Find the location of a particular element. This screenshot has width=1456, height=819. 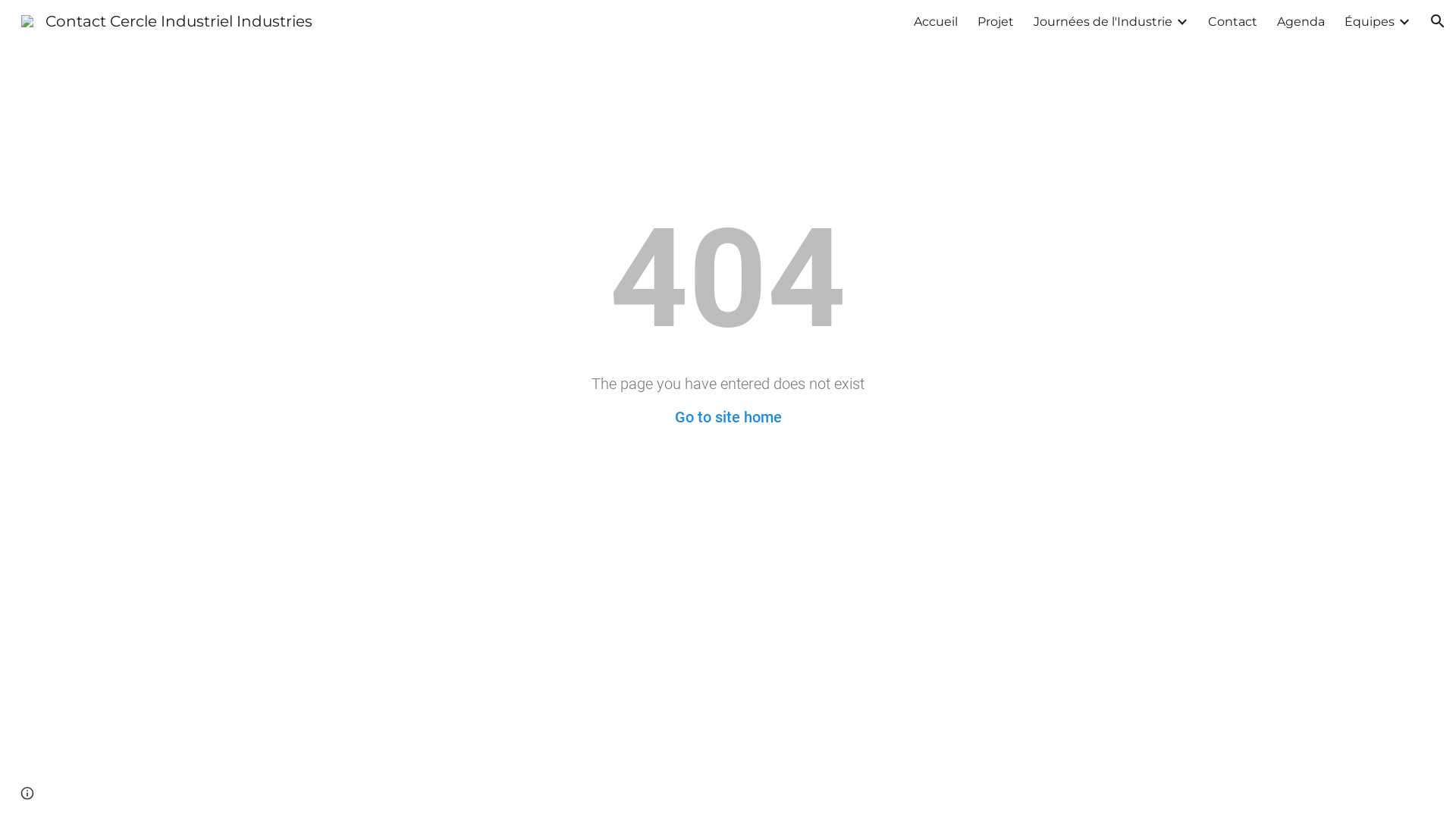

'Contact Cercle Industriel Industries' is located at coordinates (167, 20).